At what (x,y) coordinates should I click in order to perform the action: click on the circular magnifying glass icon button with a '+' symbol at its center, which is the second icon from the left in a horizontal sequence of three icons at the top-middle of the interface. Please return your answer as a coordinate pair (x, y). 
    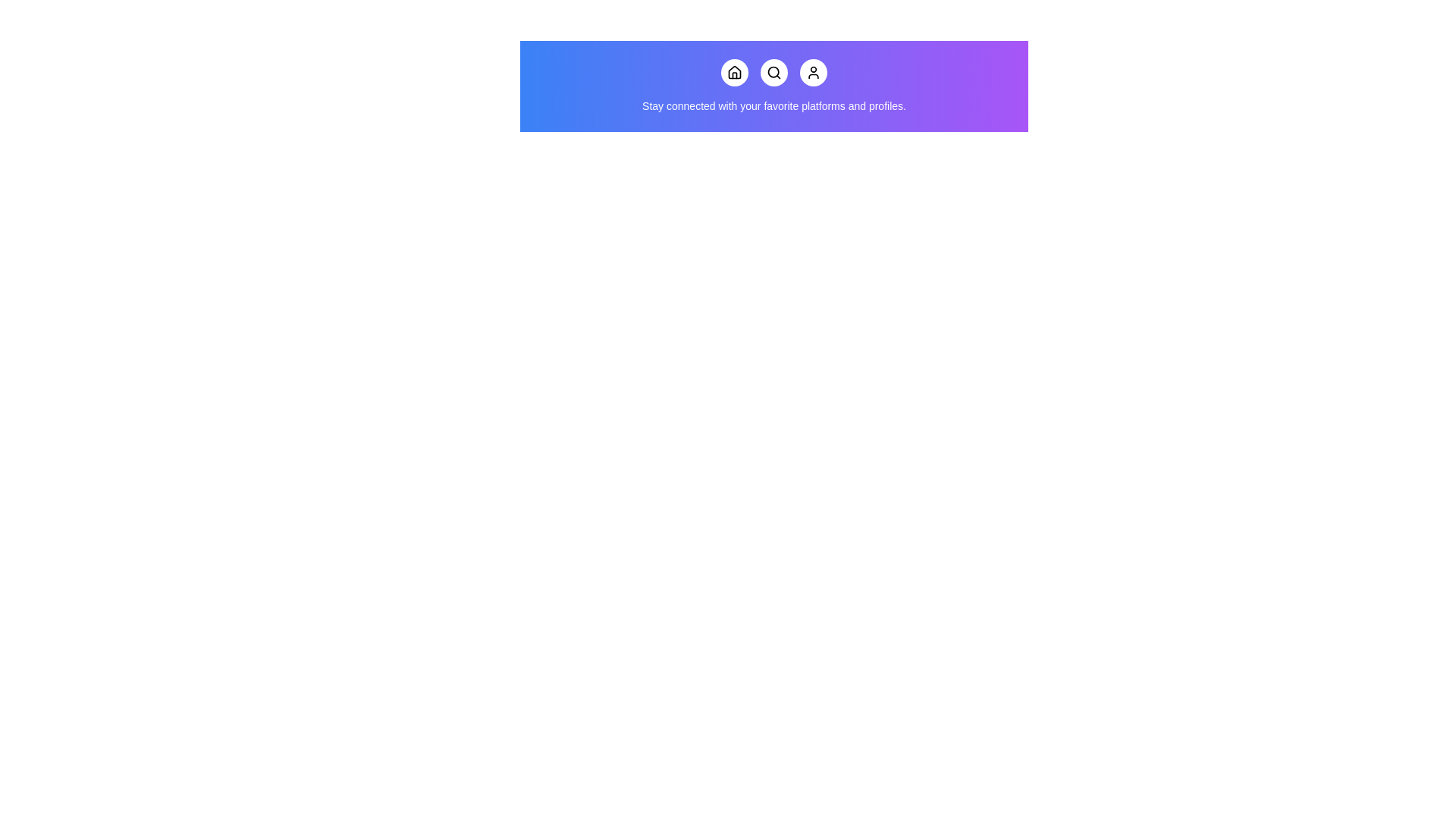
    Looking at the image, I should click on (774, 73).